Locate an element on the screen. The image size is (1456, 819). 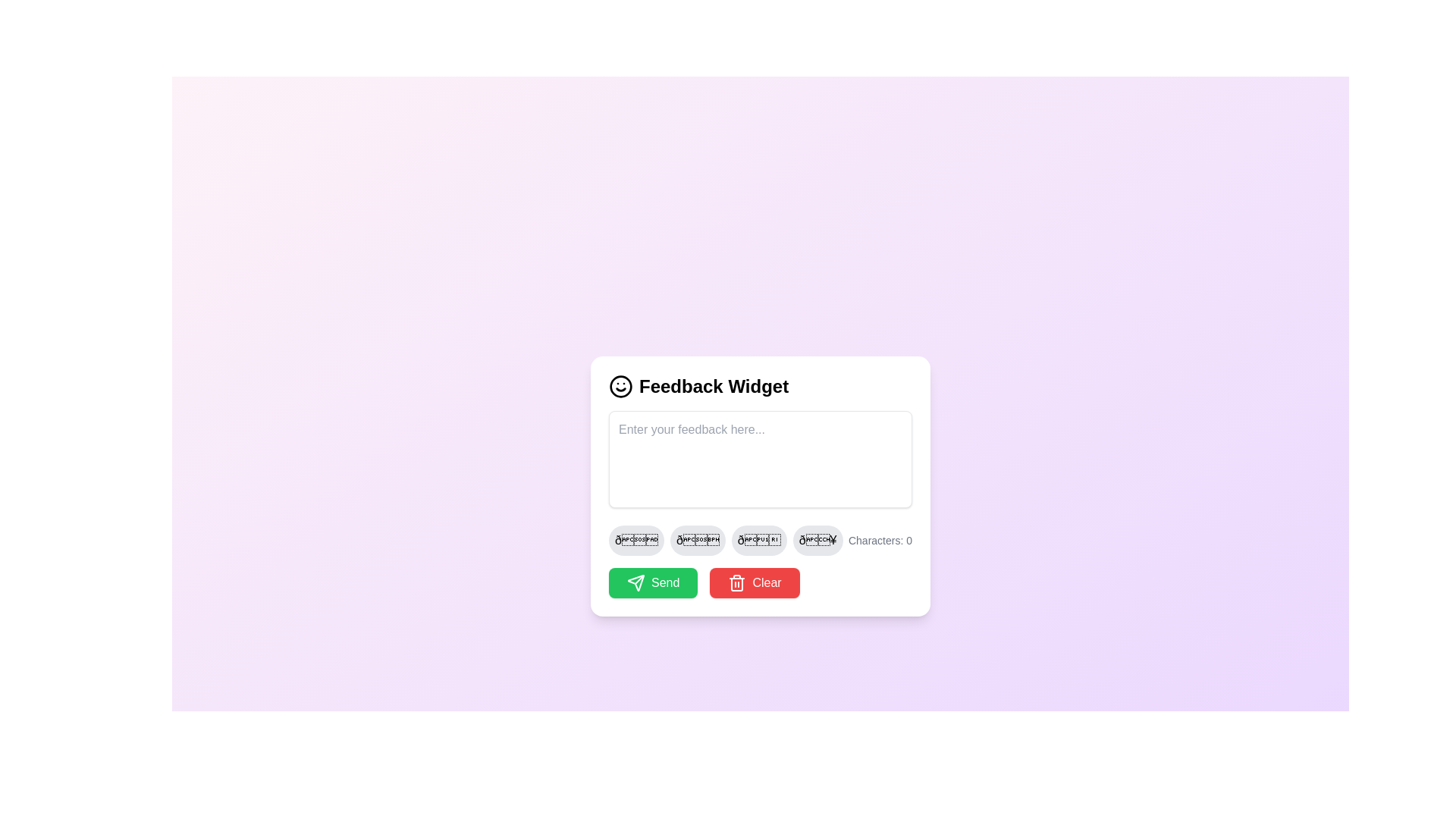
the paper-plane-shaped icon adjacent to the 'Send' text to send the feedback form is located at coordinates (636, 581).